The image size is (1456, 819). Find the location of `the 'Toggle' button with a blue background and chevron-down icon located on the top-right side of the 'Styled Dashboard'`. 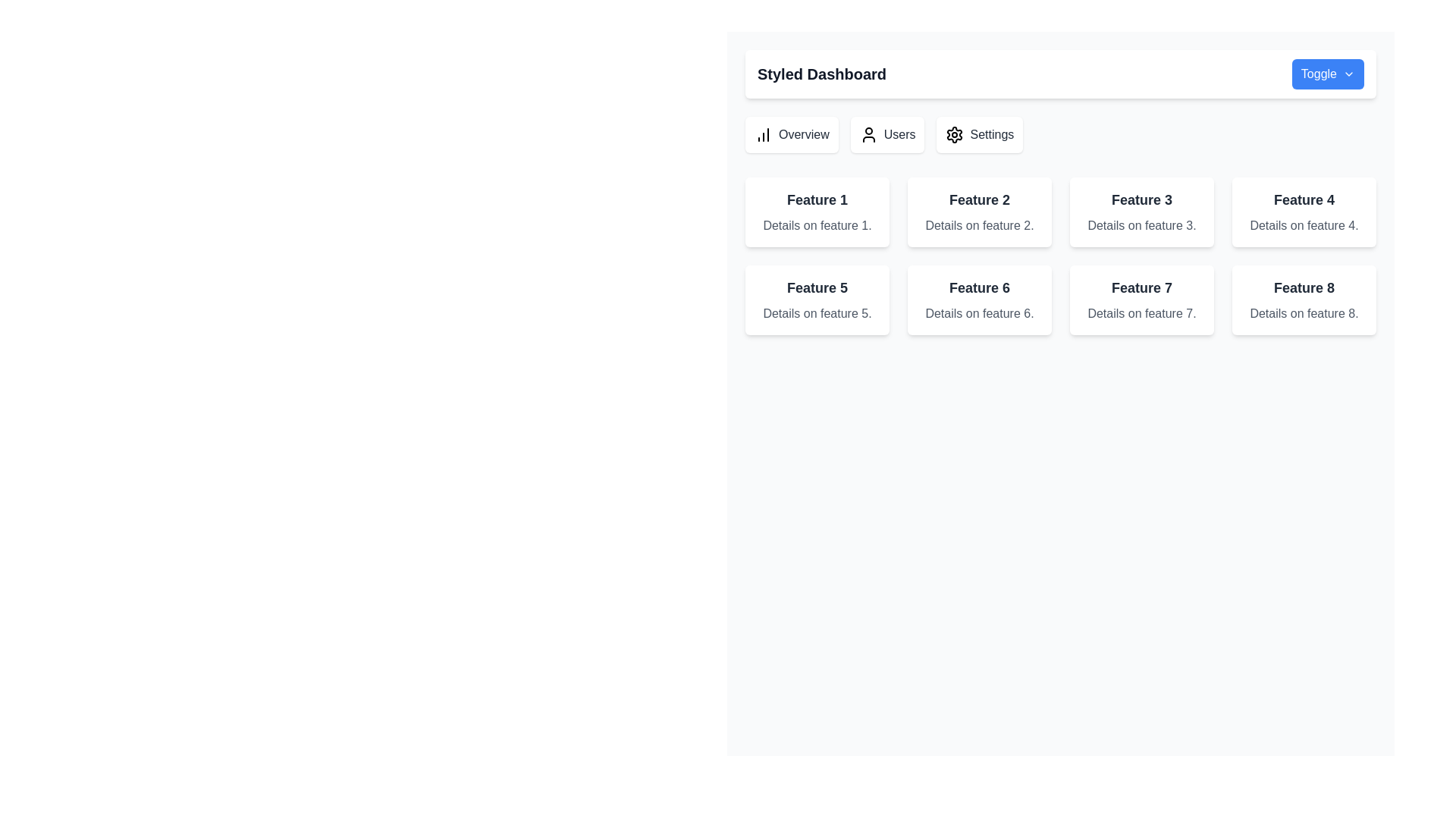

the 'Toggle' button with a blue background and chevron-down icon located on the top-right side of the 'Styled Dashboard' is located at coordinates (1327, 74).